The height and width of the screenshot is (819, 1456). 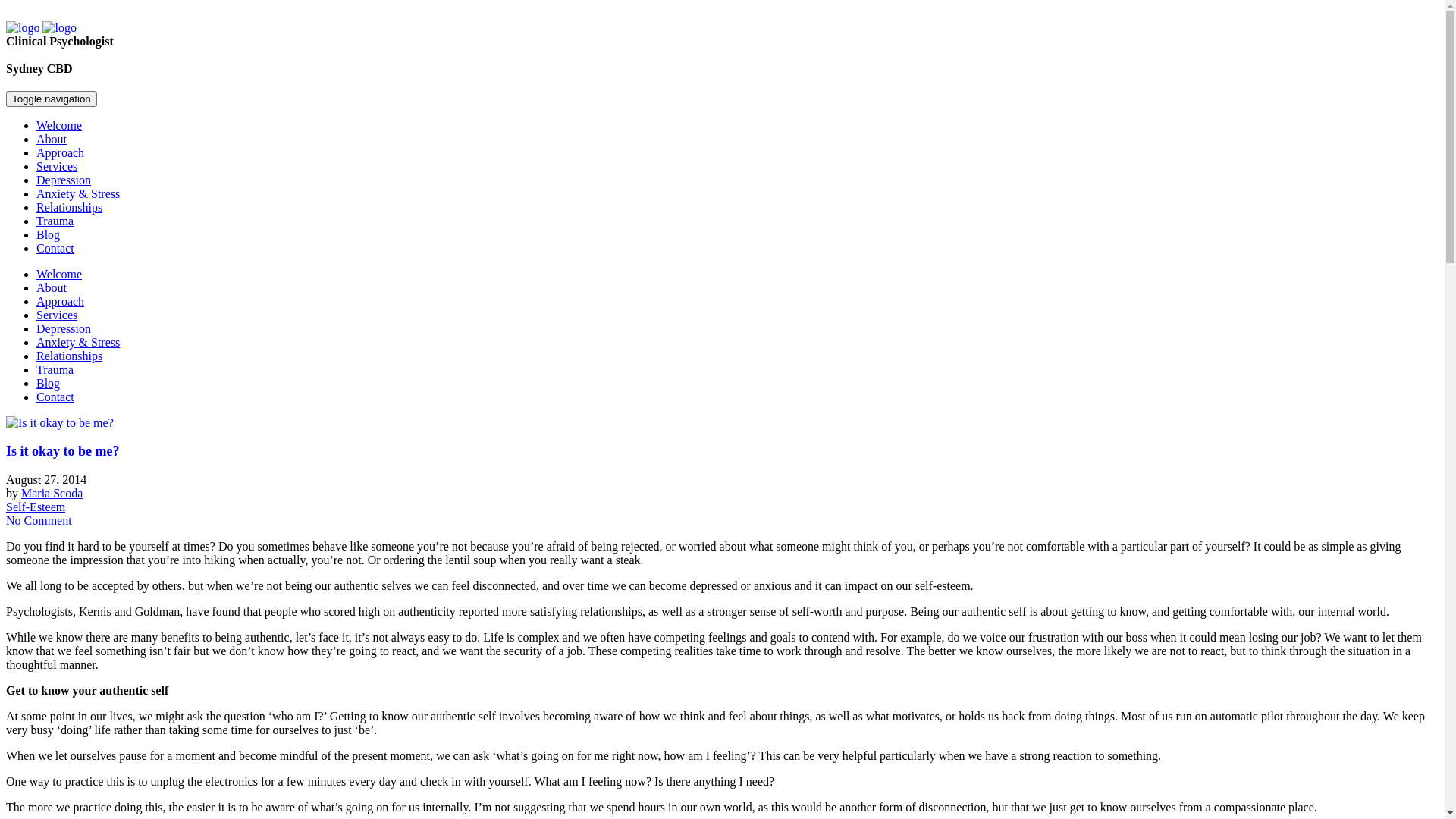 I want to click on 'About', so click(x=51, y=287).